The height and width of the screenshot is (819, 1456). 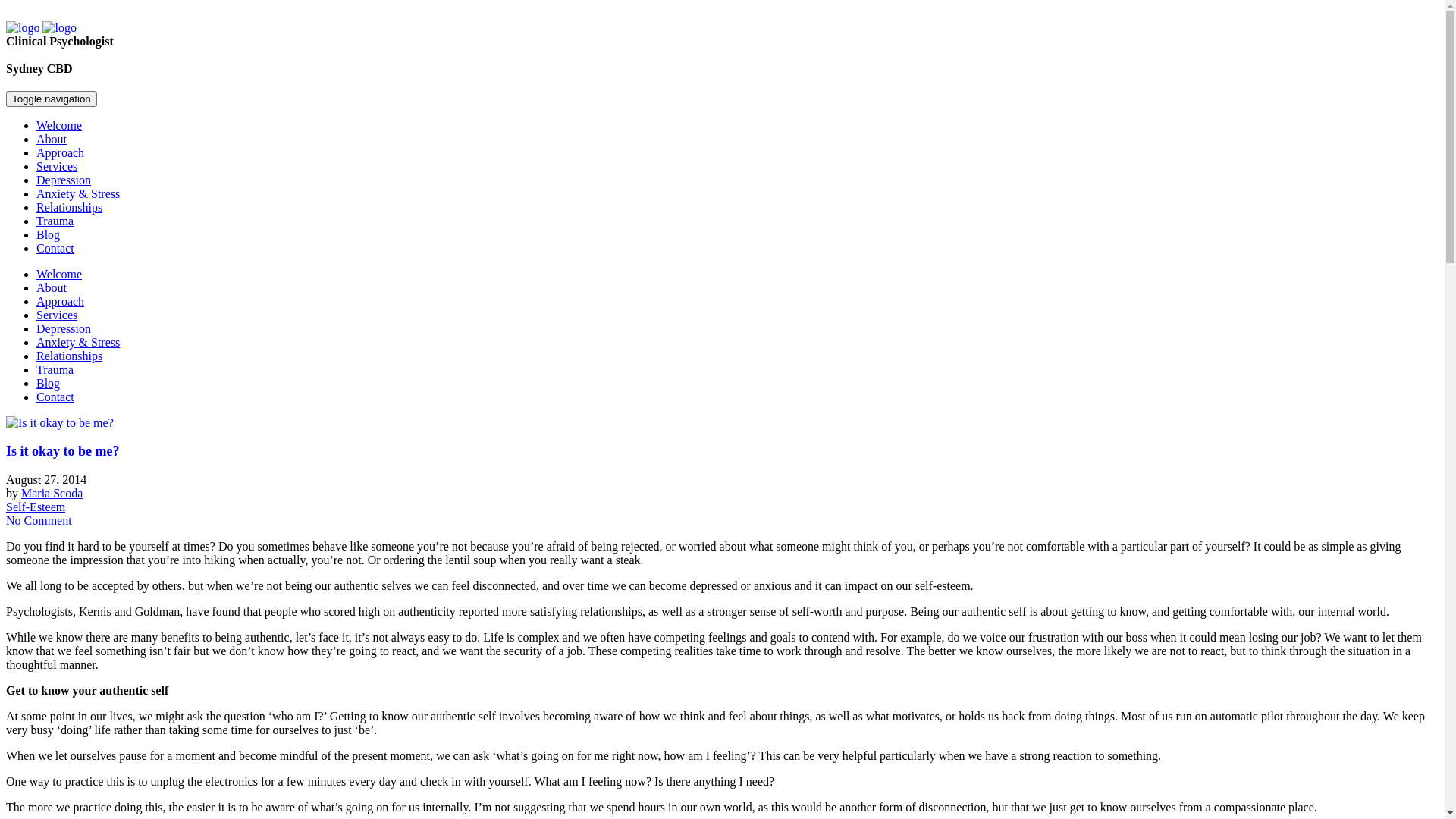 I want to click on 'About', so click(x=51, y=287).